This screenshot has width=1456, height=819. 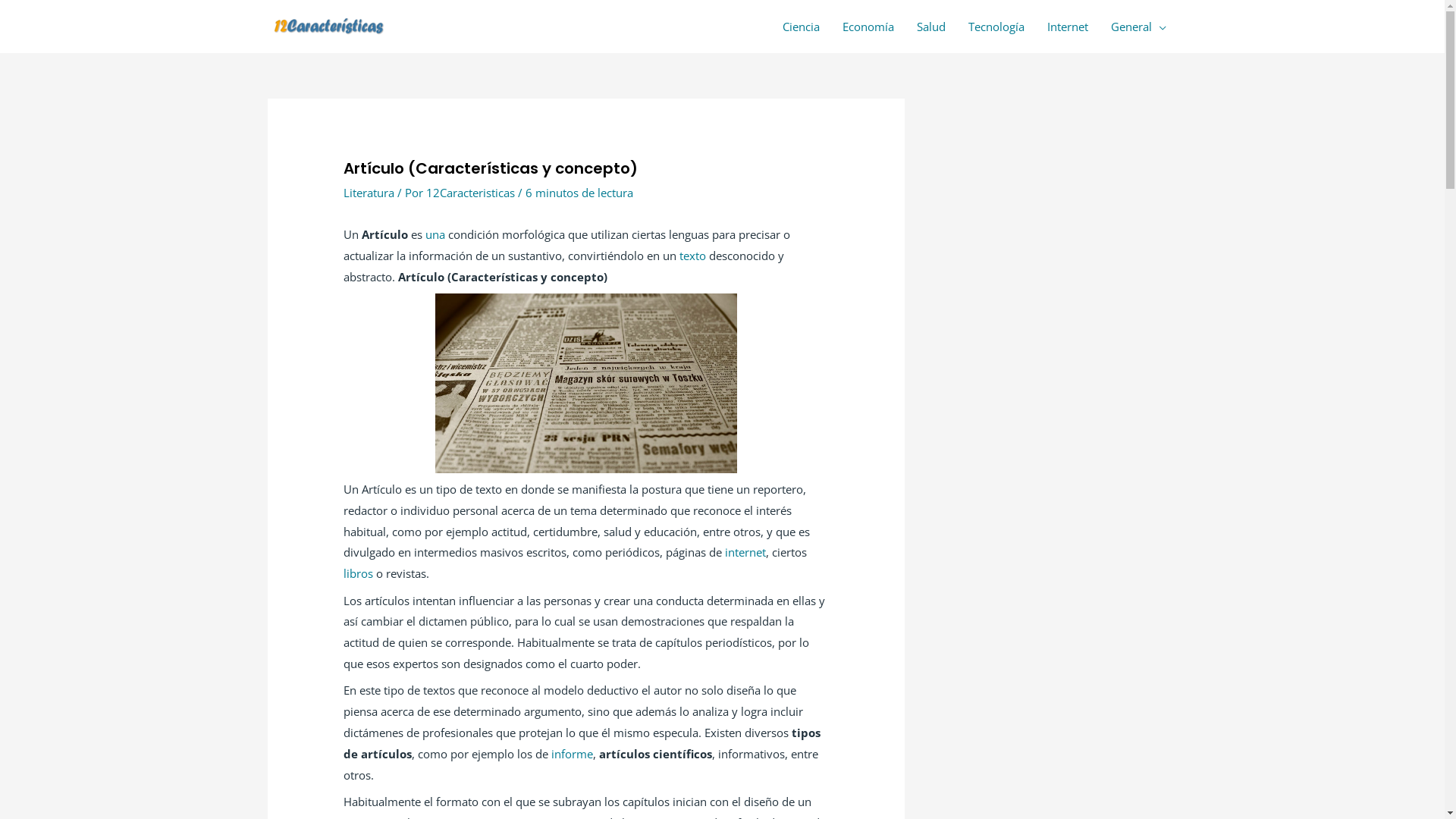 I want to click on 'Ciencia', so click(x=799, y=26).